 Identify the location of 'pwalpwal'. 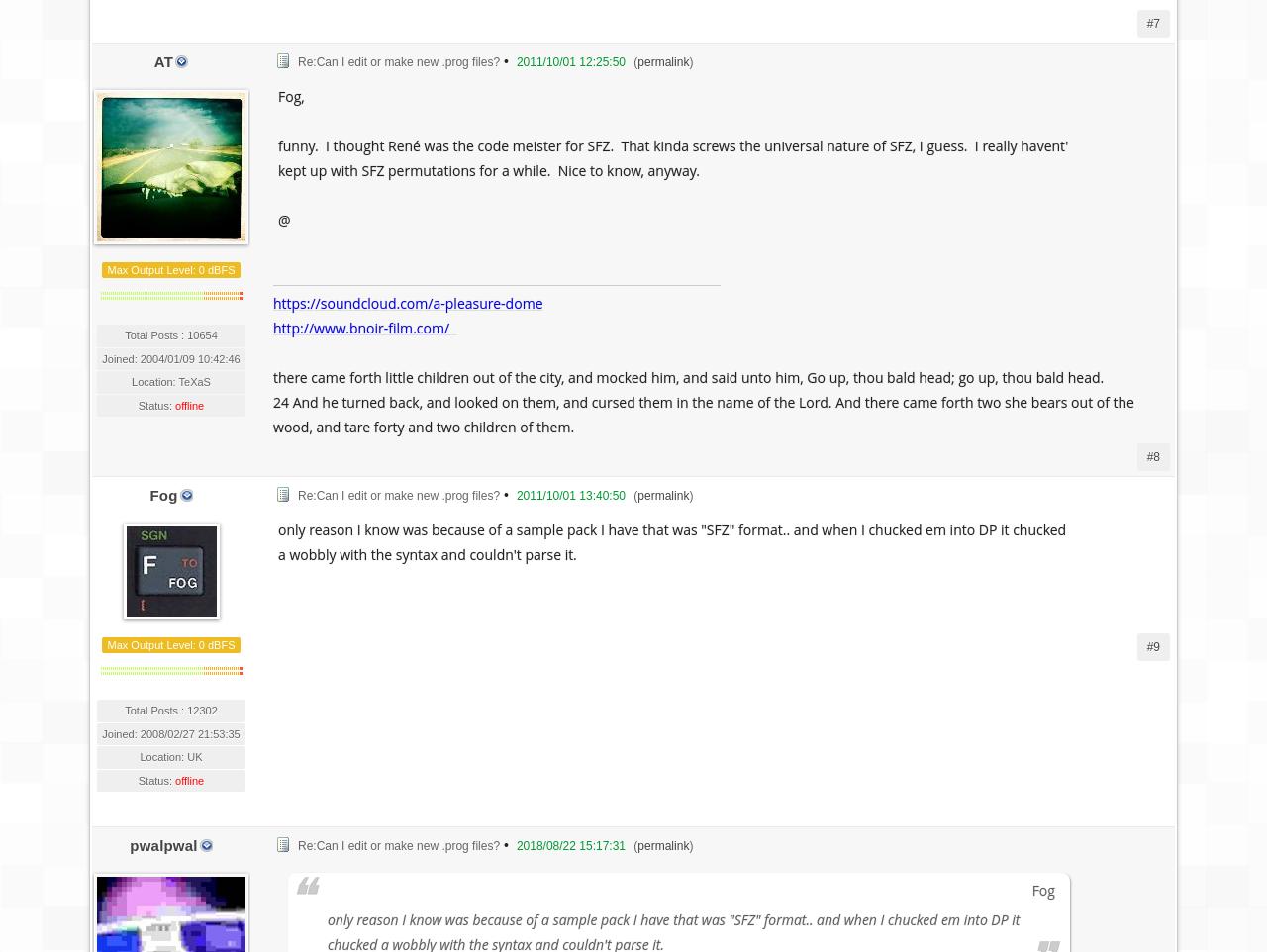
(162, 845).